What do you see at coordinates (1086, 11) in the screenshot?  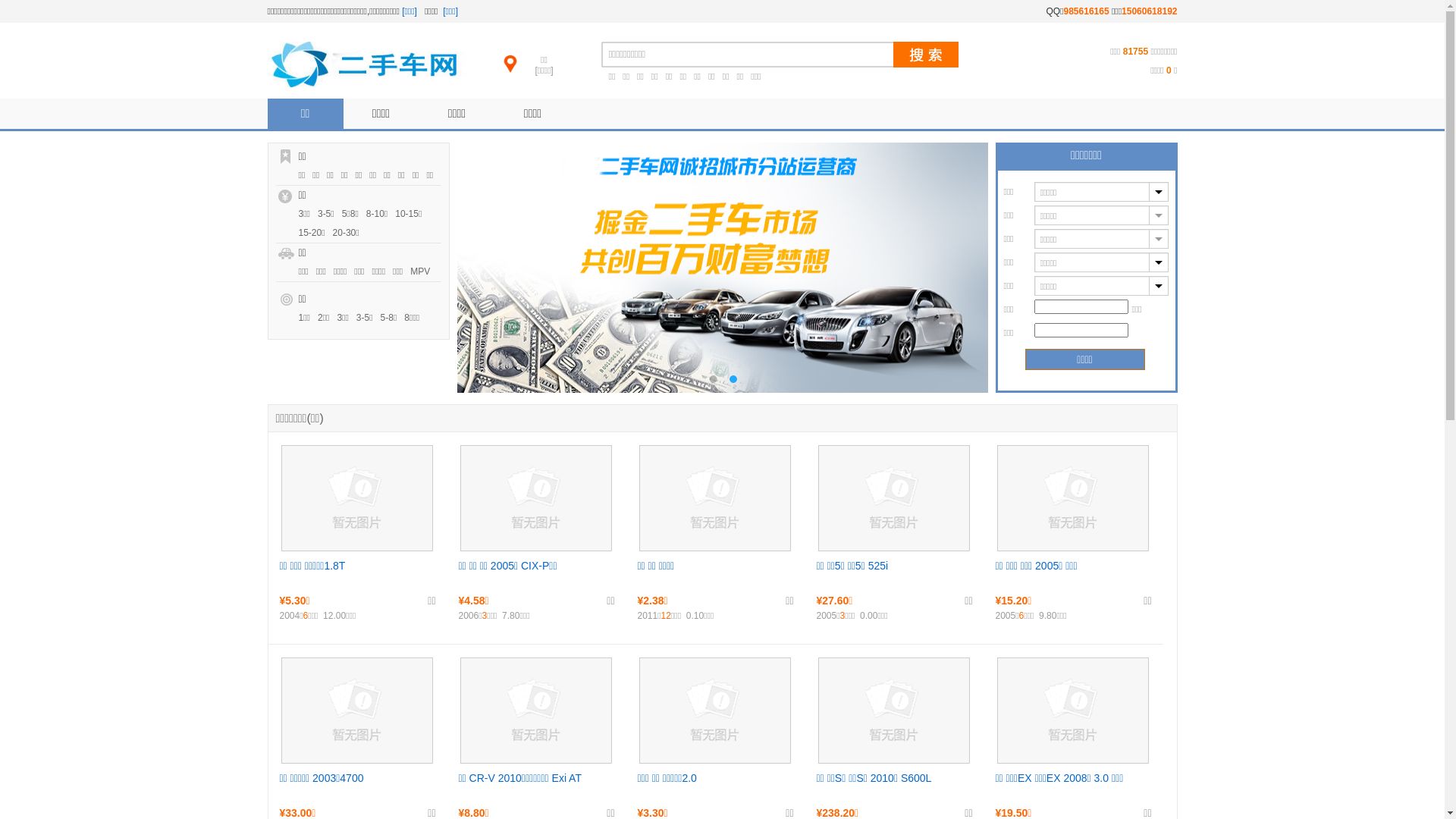 I see `'985616165'` at bounding box center [1086, 11].